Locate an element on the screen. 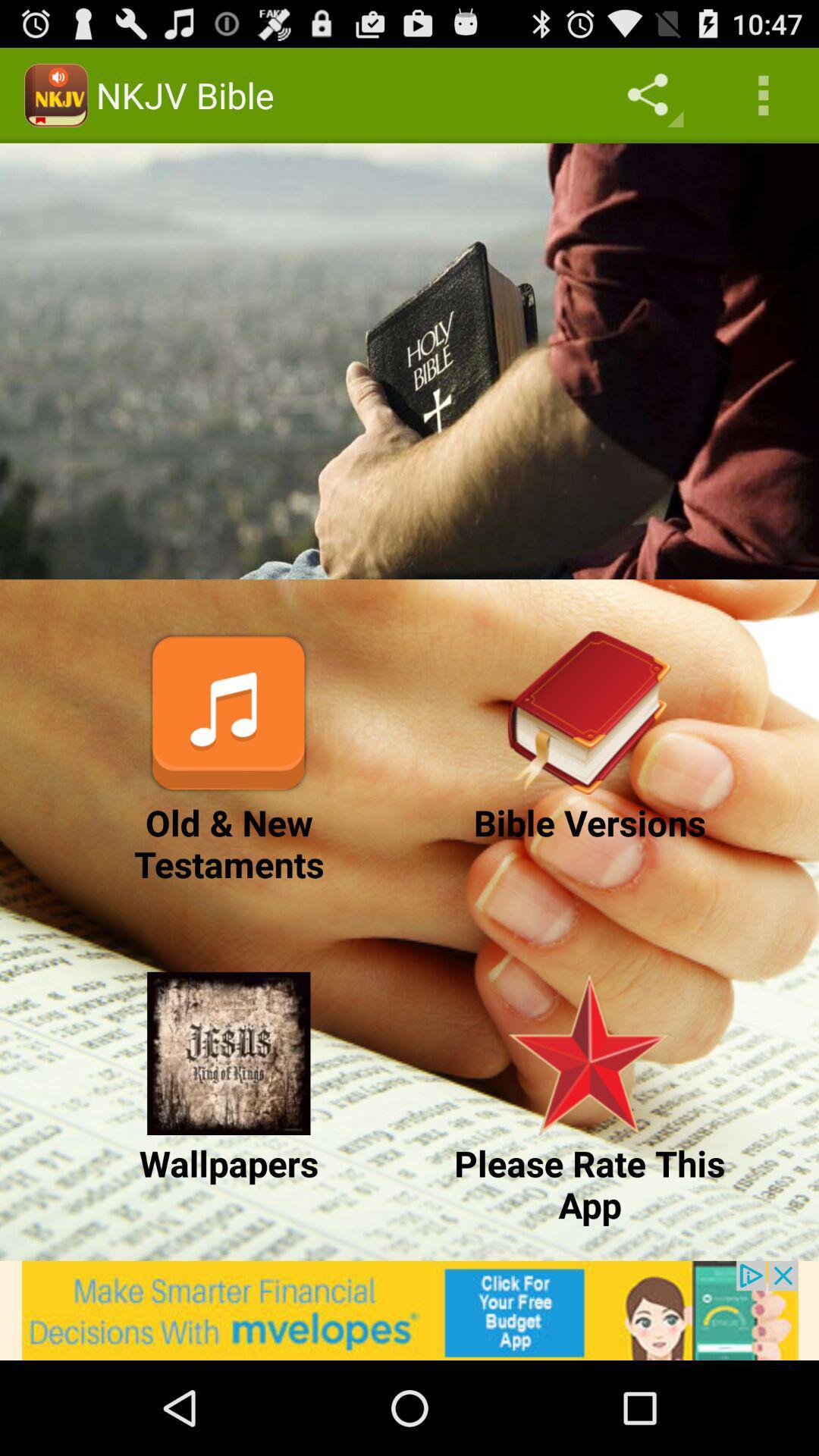 Image resolution: width=819 pixels, height=1456 pixels. advertisement is located at coordinates (409, 1310).